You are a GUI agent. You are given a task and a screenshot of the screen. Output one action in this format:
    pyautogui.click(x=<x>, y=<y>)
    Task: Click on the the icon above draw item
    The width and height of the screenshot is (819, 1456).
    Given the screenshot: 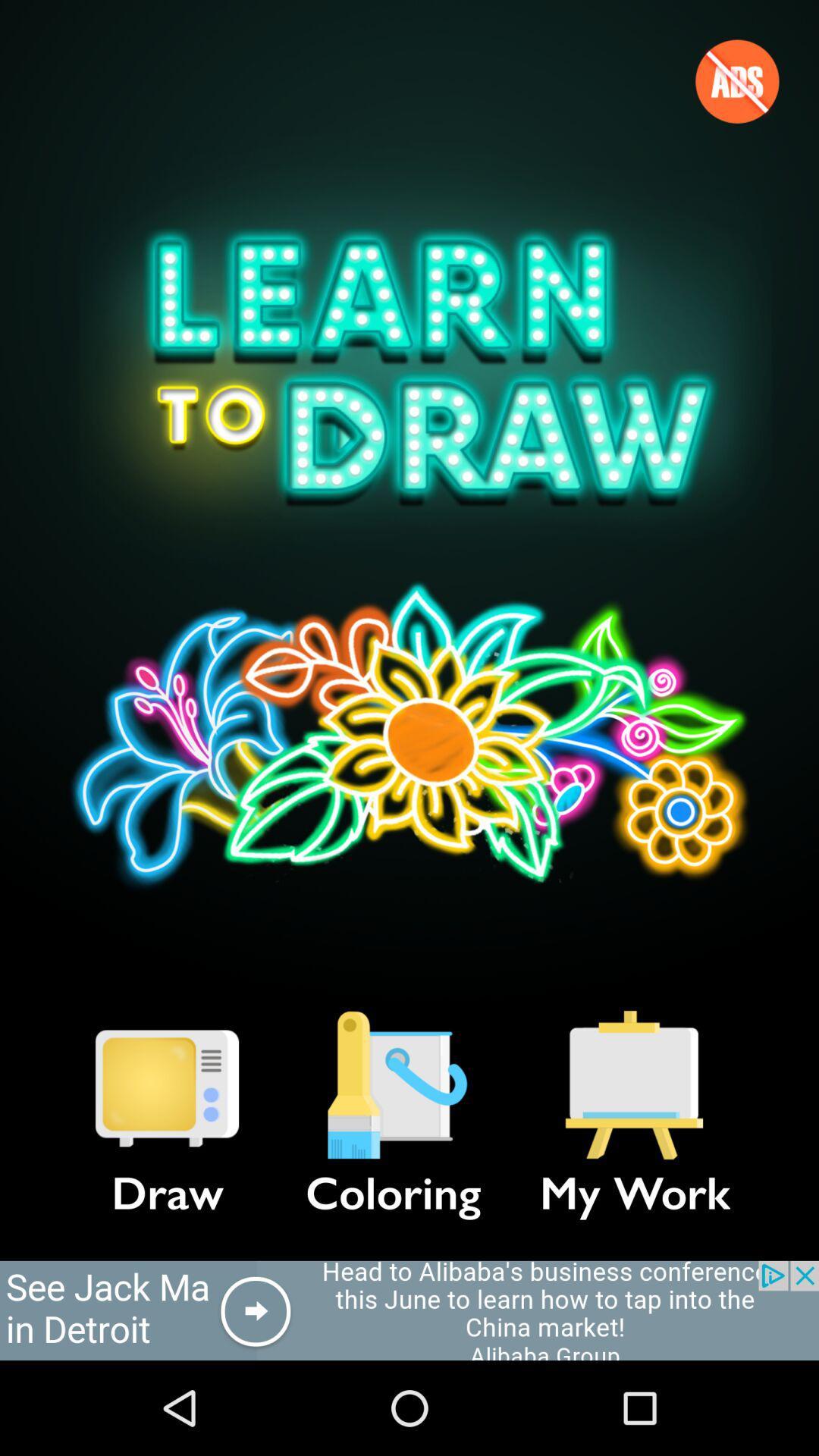 What is the action you would take?
    pyautogui.click(x=167, y=1084)
    